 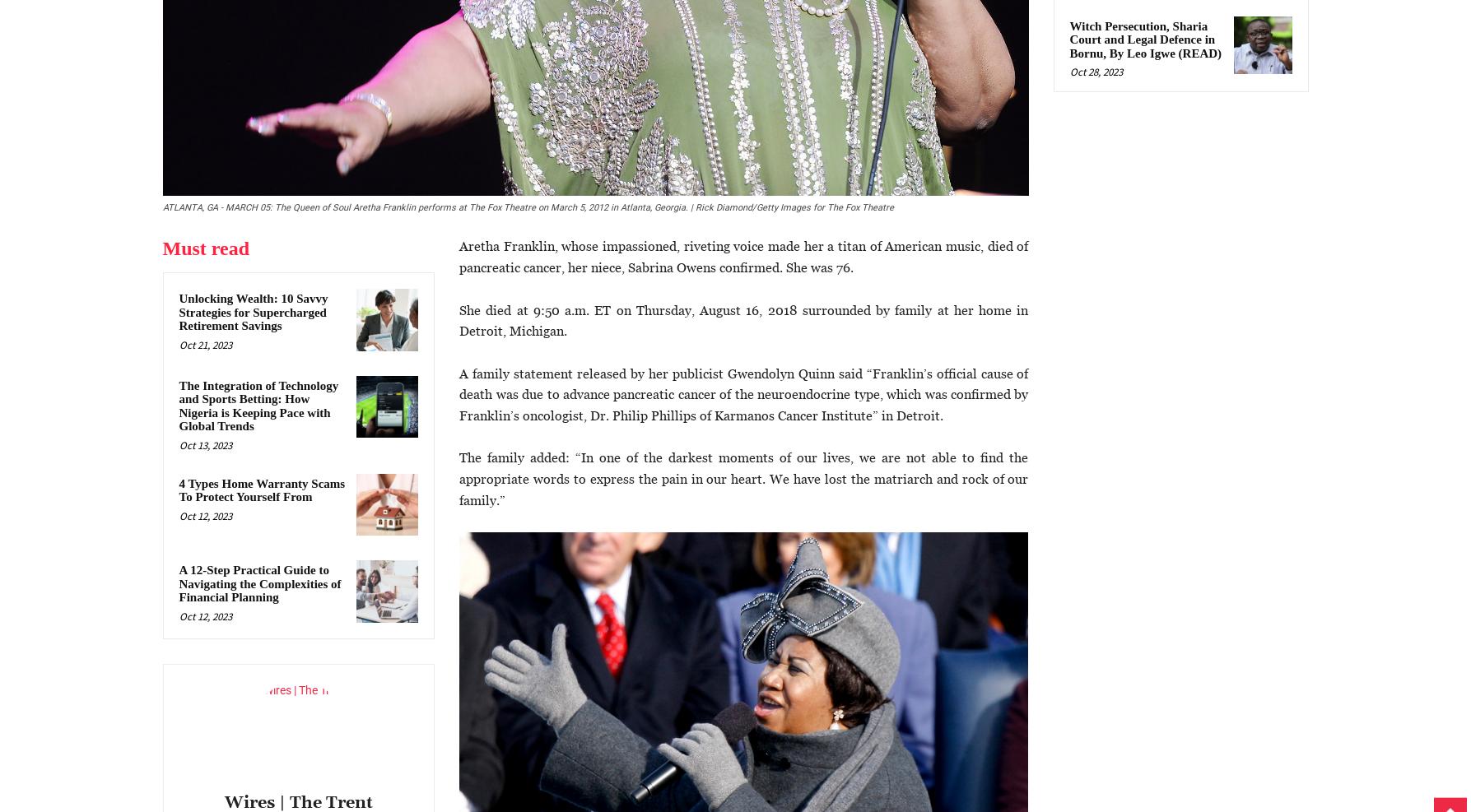 I want to click on 'The family added: “In one of the darkest moments of our lives, we are not able to find the appropriate words to express the pain in our heart. We have lost the matriarch and rock of our family.”', so click(x=459, y=478).